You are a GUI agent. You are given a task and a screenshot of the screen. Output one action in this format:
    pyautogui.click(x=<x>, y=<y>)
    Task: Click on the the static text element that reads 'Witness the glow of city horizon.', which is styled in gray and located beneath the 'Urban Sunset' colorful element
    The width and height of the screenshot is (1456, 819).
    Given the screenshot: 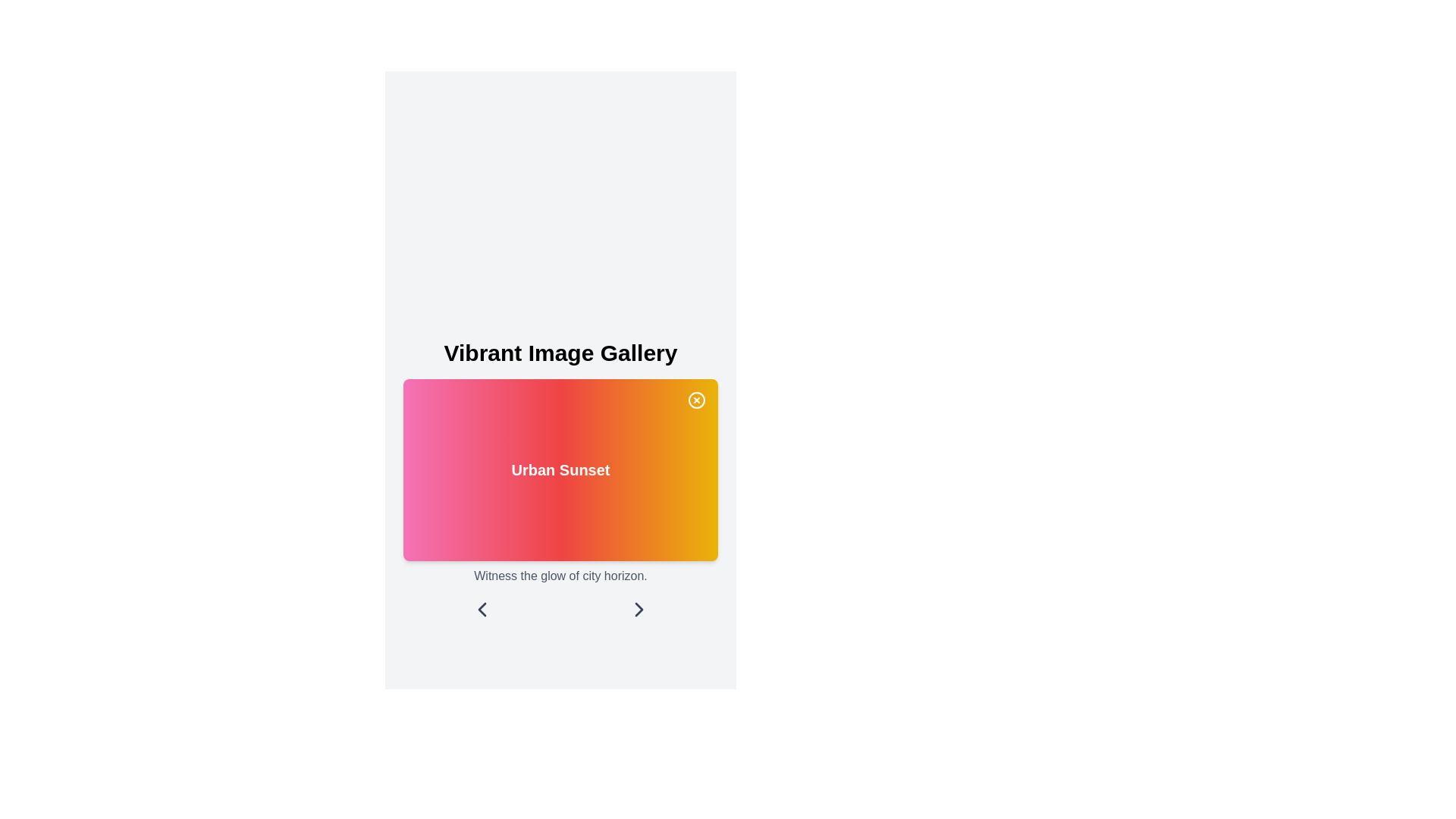 What is the action you would take?
    pyautogui.click(x=560, y=576)
    